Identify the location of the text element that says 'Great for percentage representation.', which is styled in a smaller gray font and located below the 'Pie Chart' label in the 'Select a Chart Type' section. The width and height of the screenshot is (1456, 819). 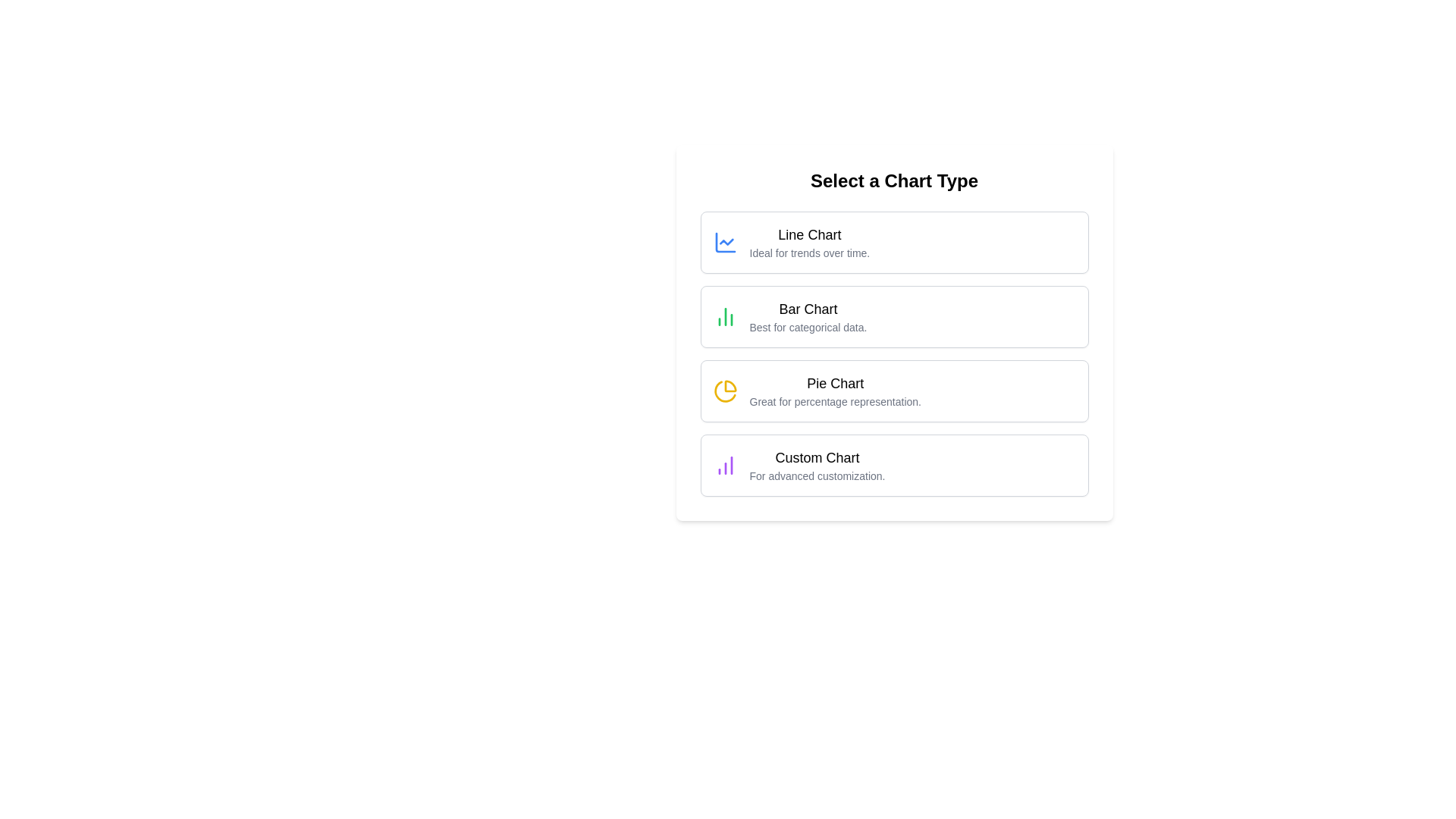
(834, 400).